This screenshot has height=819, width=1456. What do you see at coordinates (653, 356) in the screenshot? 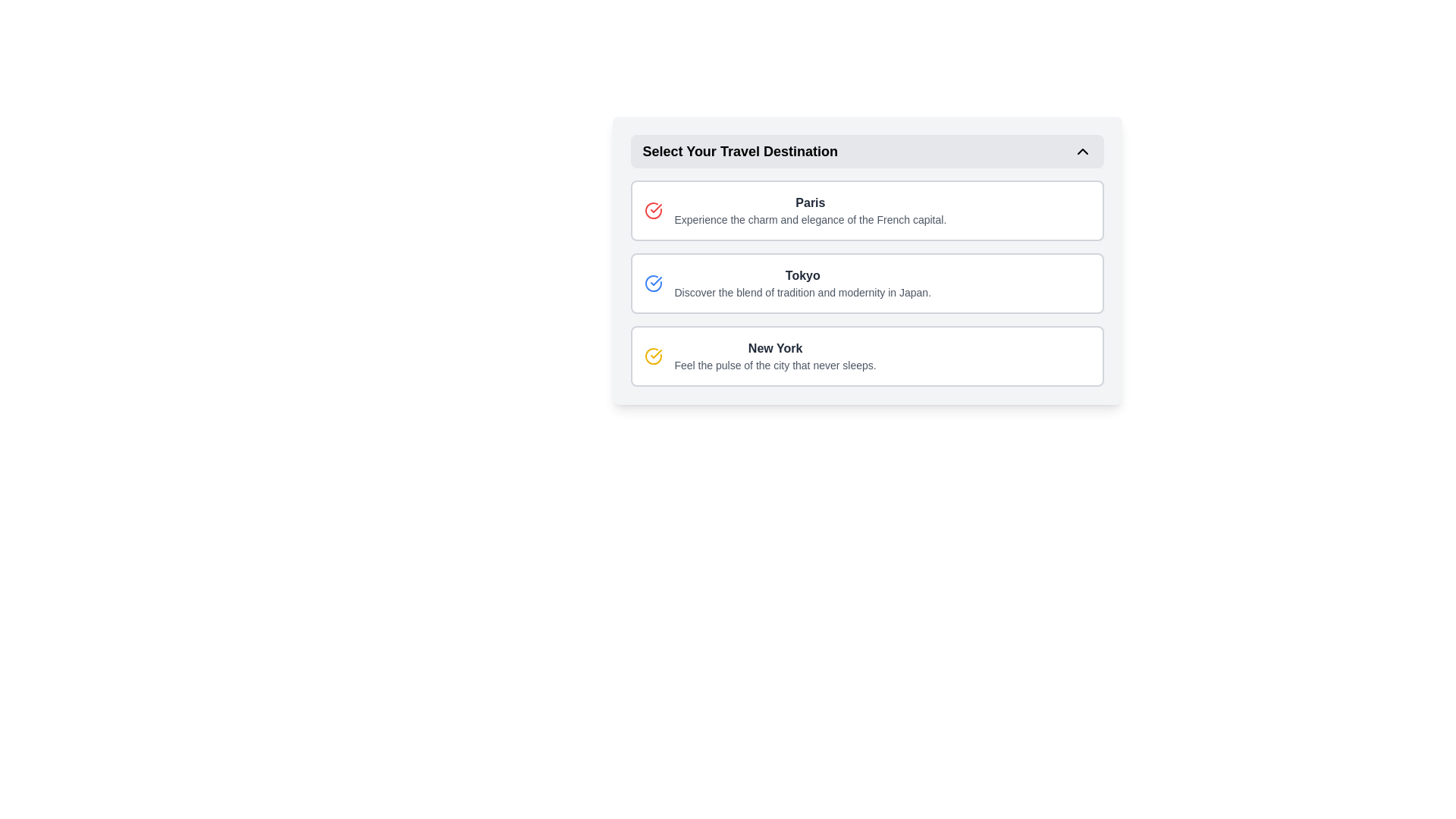
I see `the circular icon with a yellow border and a check mark, located to the left of the text 'New York'` at bounding box center [653, 356].